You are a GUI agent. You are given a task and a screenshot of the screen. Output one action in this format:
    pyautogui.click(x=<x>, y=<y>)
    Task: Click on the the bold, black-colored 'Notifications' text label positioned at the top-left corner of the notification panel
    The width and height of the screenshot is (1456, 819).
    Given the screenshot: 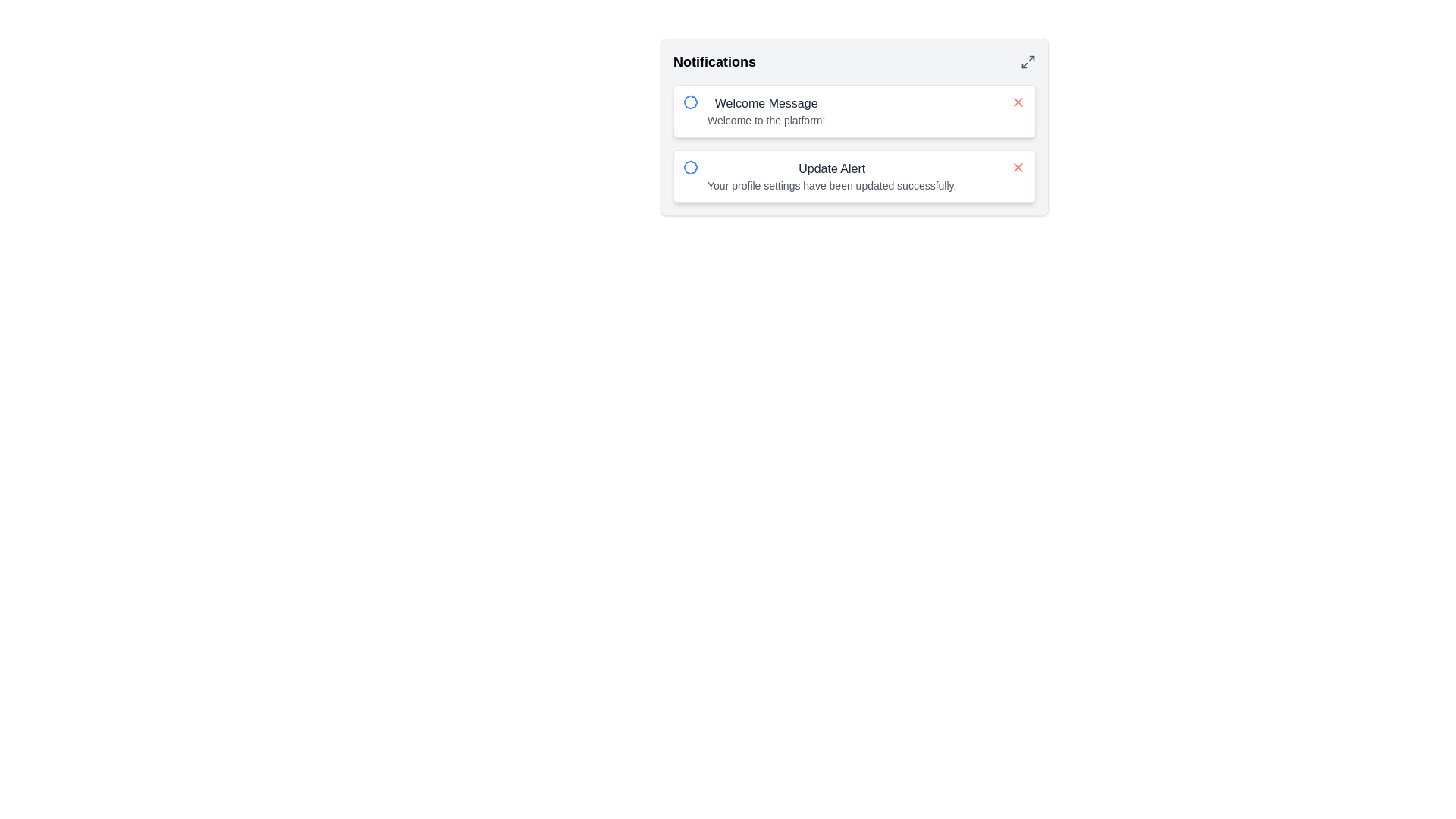 What is the action you would take?
    pyautogui.click(x=714, y=61)
    